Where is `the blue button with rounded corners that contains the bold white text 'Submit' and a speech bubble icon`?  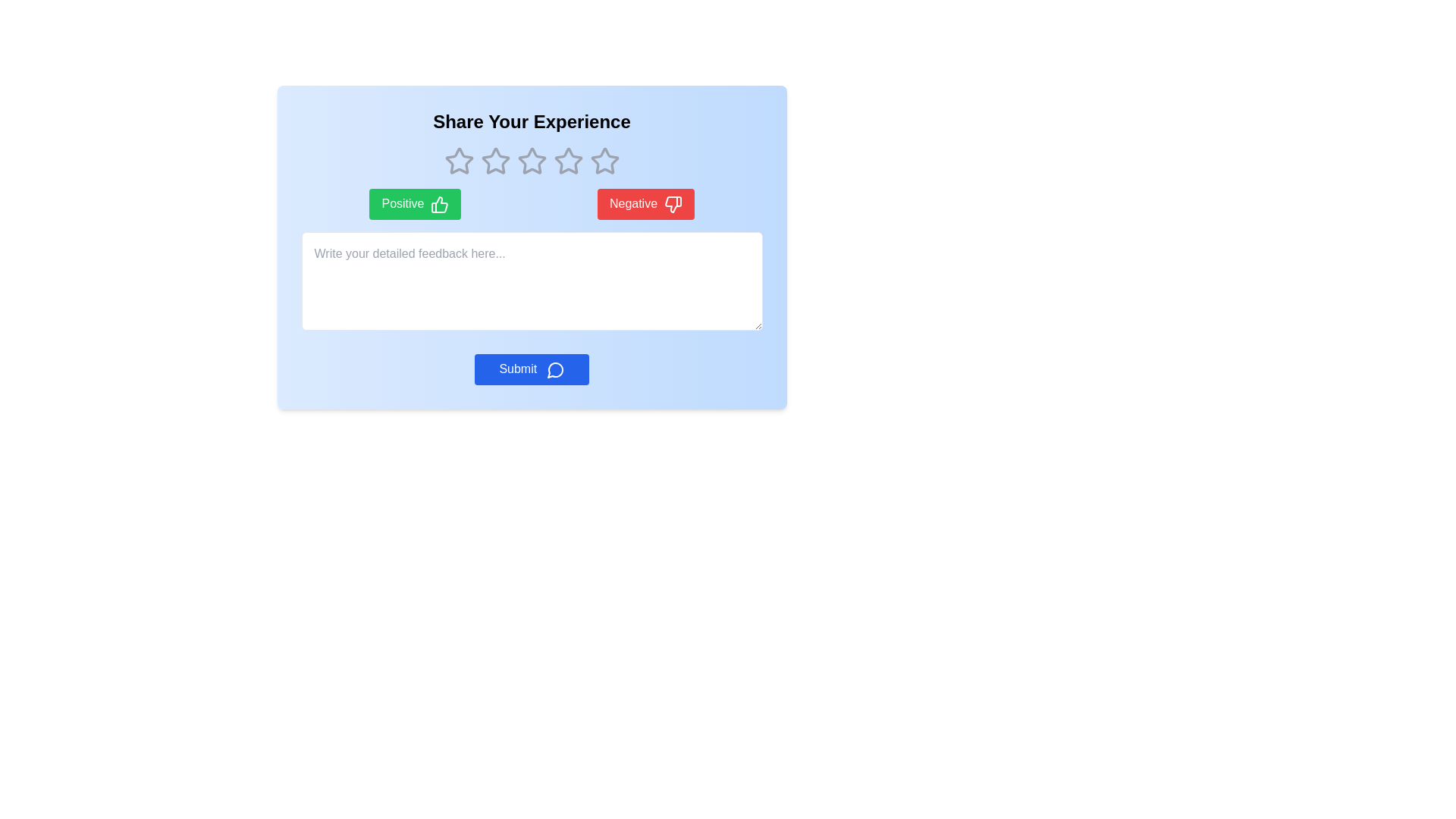
the blue button with rounded corners that contains the bold white text 'Submit' and a speech bubble icon is located at coordinates (532, 369).